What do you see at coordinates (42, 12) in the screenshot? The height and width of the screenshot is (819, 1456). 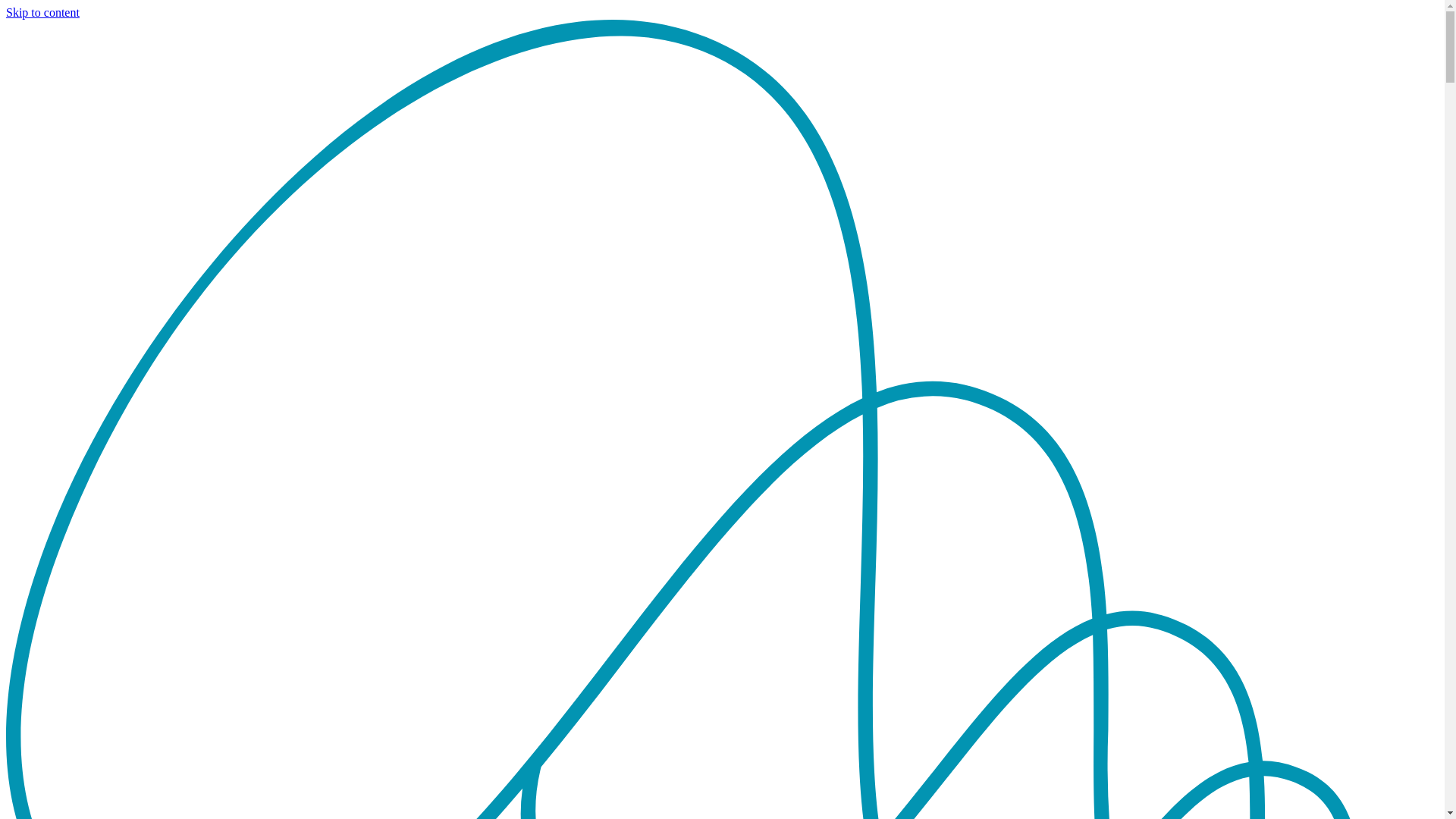 I see `'Skip to content'` at bounding box center [42, 12].